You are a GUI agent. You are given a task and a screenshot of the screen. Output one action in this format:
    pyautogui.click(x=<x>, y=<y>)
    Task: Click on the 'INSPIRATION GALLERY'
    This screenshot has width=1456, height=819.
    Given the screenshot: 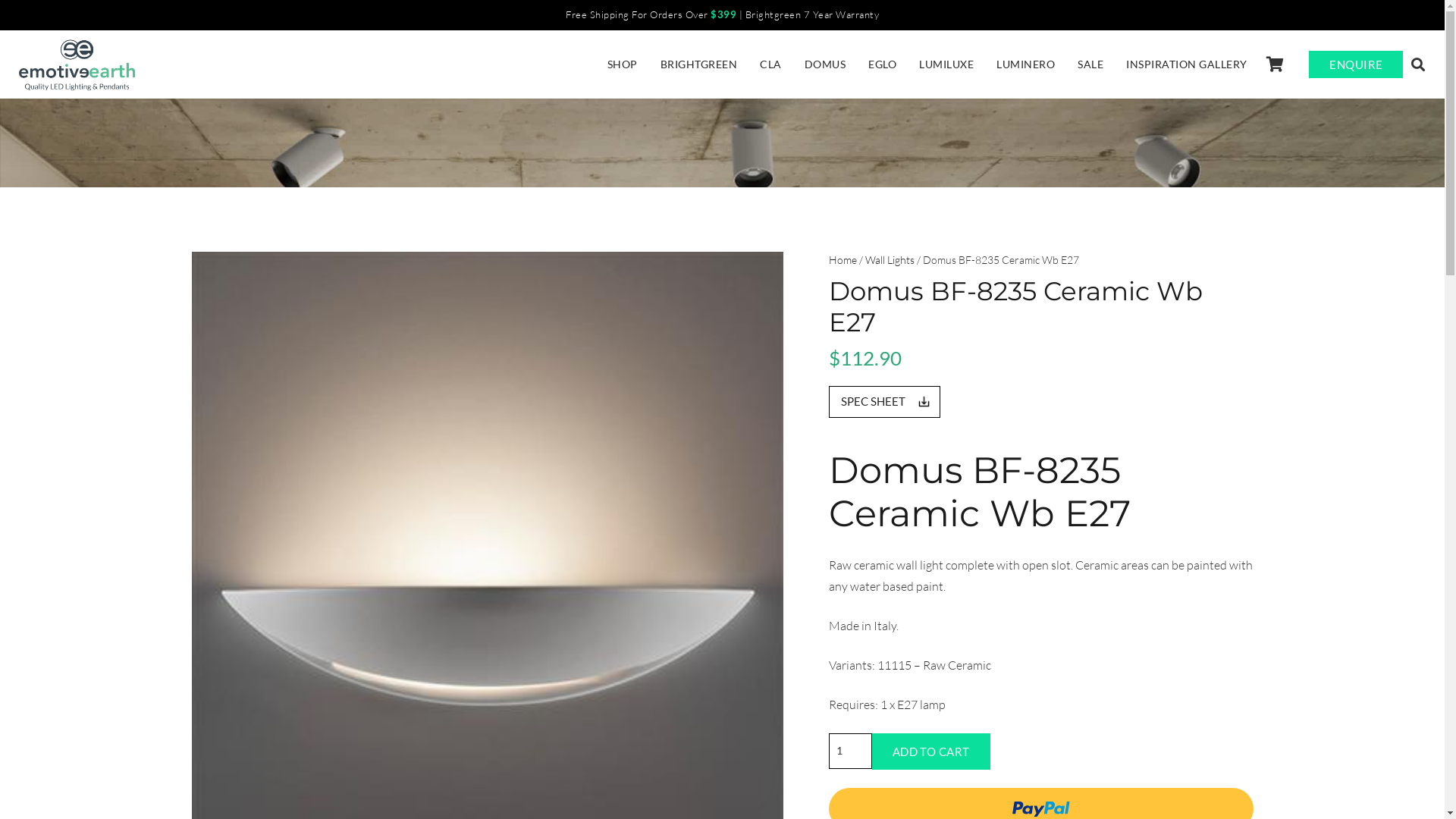 What is the action you would take?
    pyautogui.click(x=1185, y=63)
    